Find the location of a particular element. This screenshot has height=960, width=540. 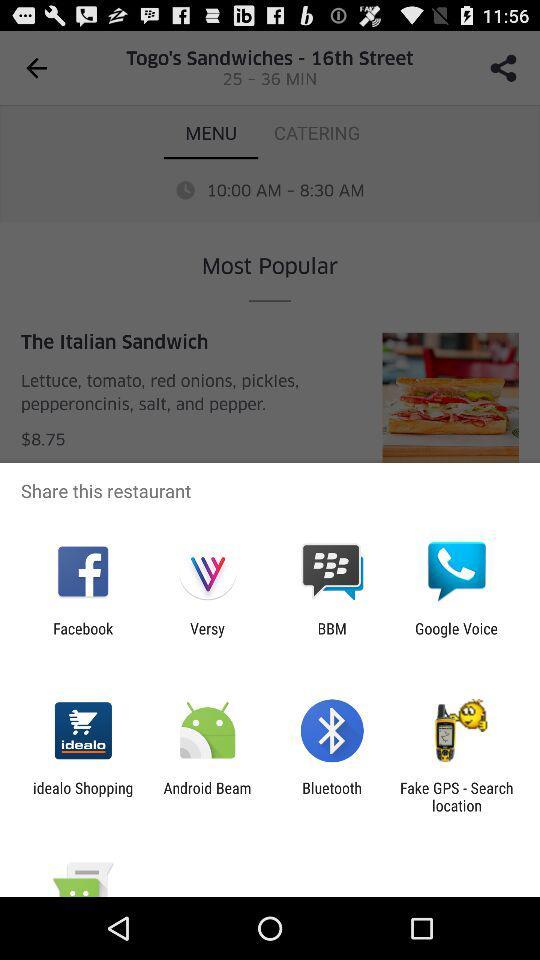

item to the right of android beam item is located at coordinates (332, 796).